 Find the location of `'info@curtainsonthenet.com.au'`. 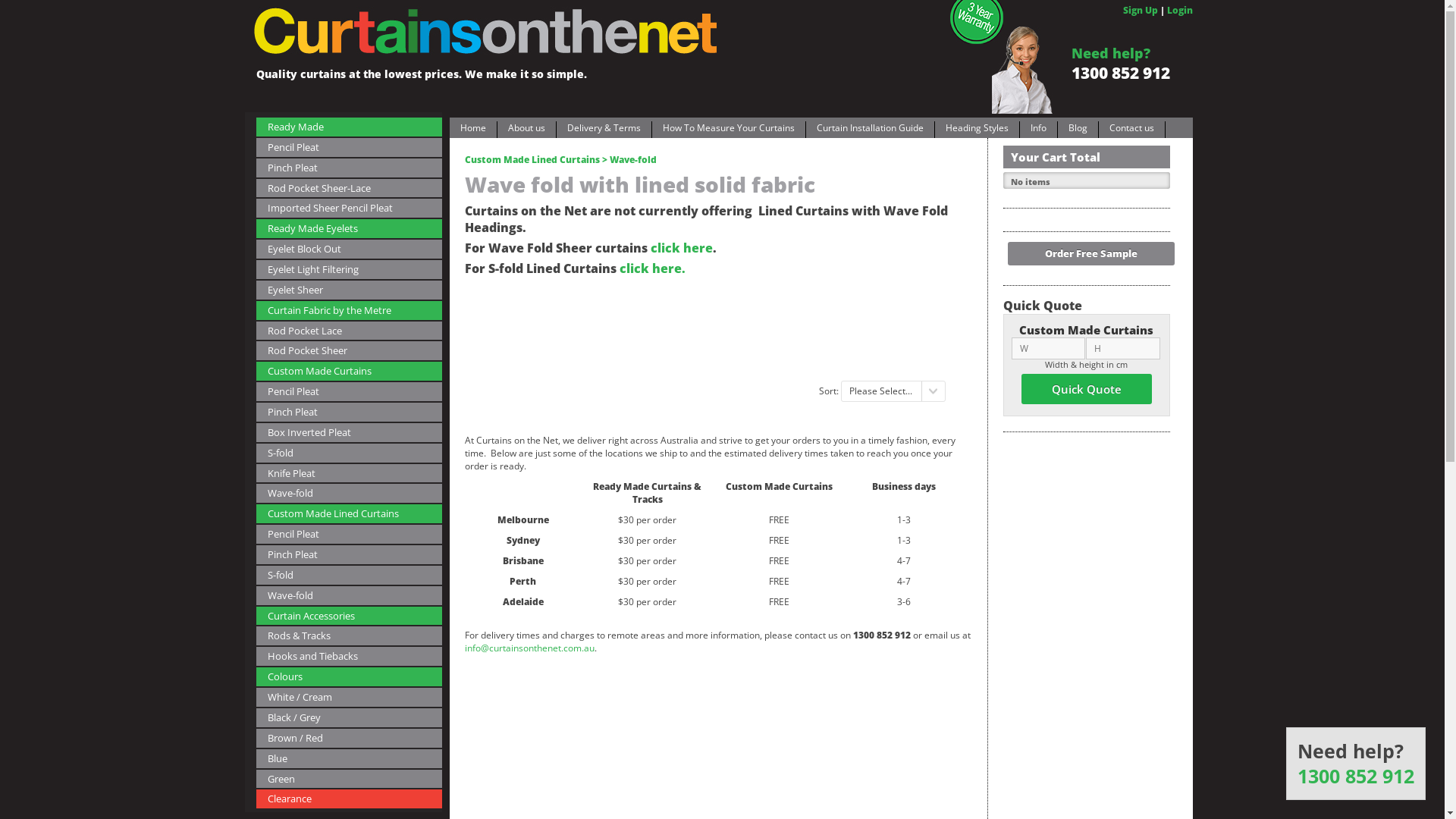

'info@curtainsonthenet.com.au' is located at coordinates (529, 648).